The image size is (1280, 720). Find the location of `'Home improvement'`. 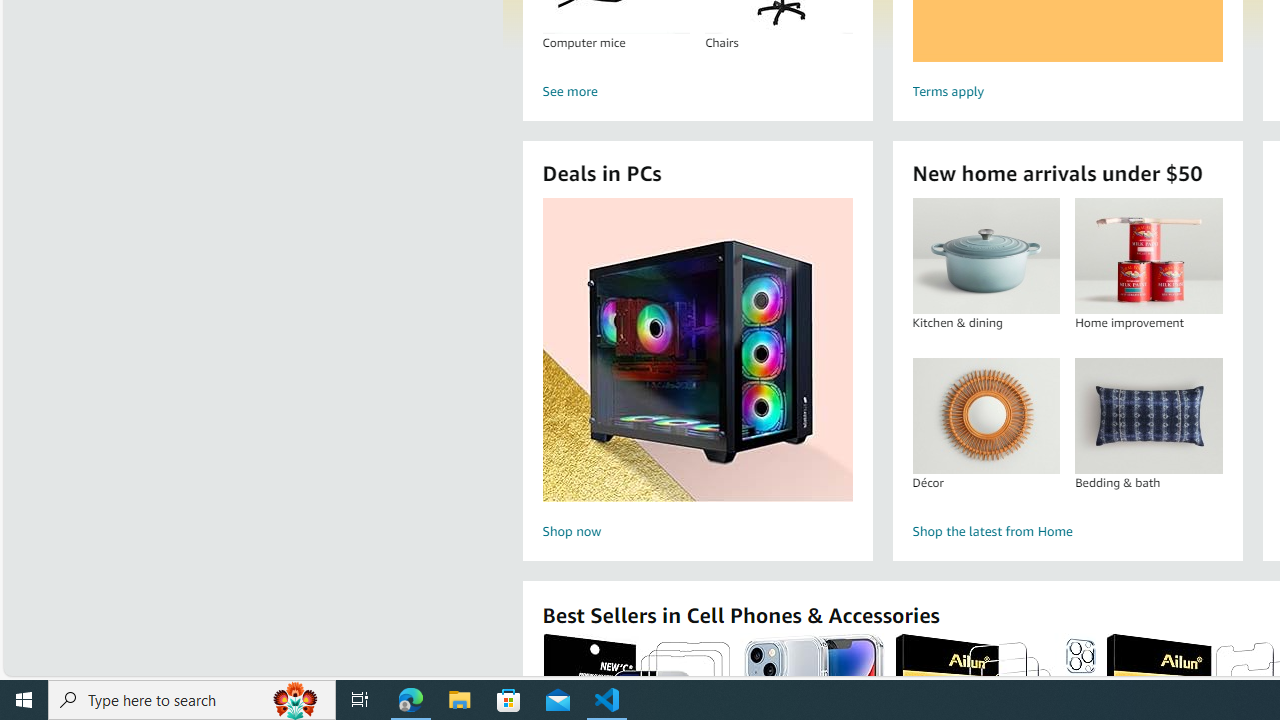

'Home improvement' is located at coordinates (1148, 255).